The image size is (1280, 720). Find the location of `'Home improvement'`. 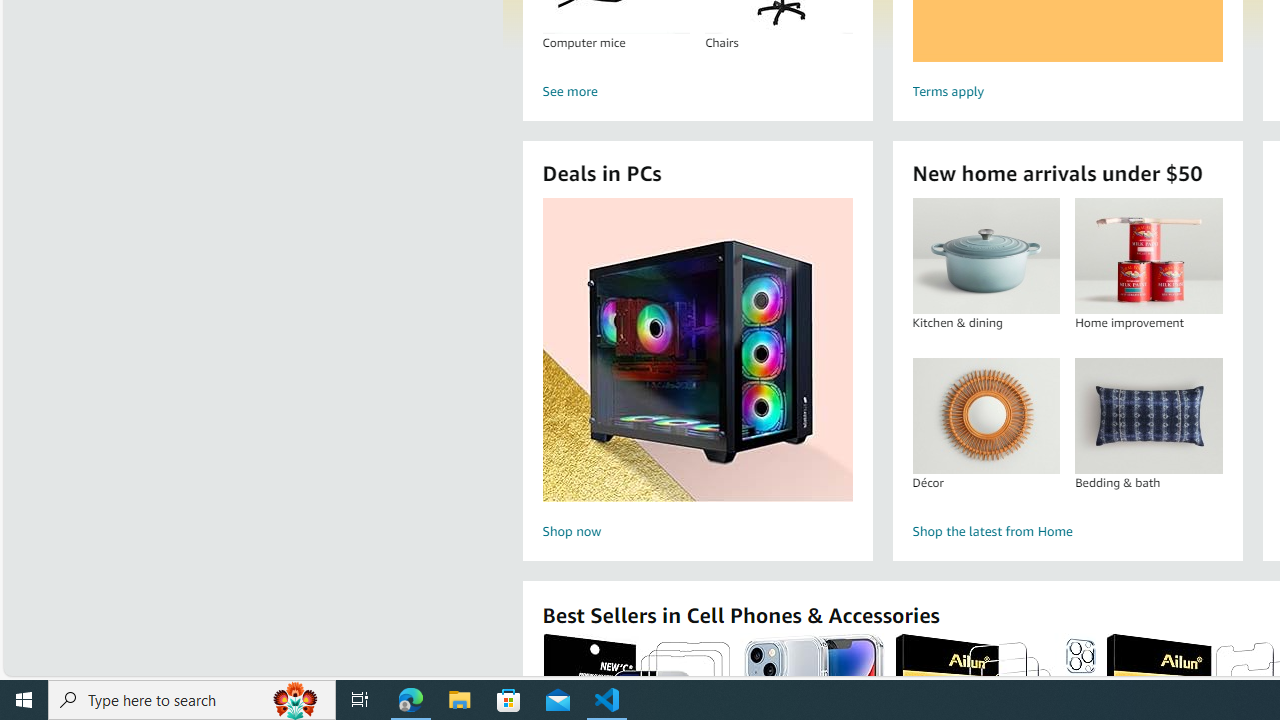

'Home improvement' is located at coordinates (1148, 255).